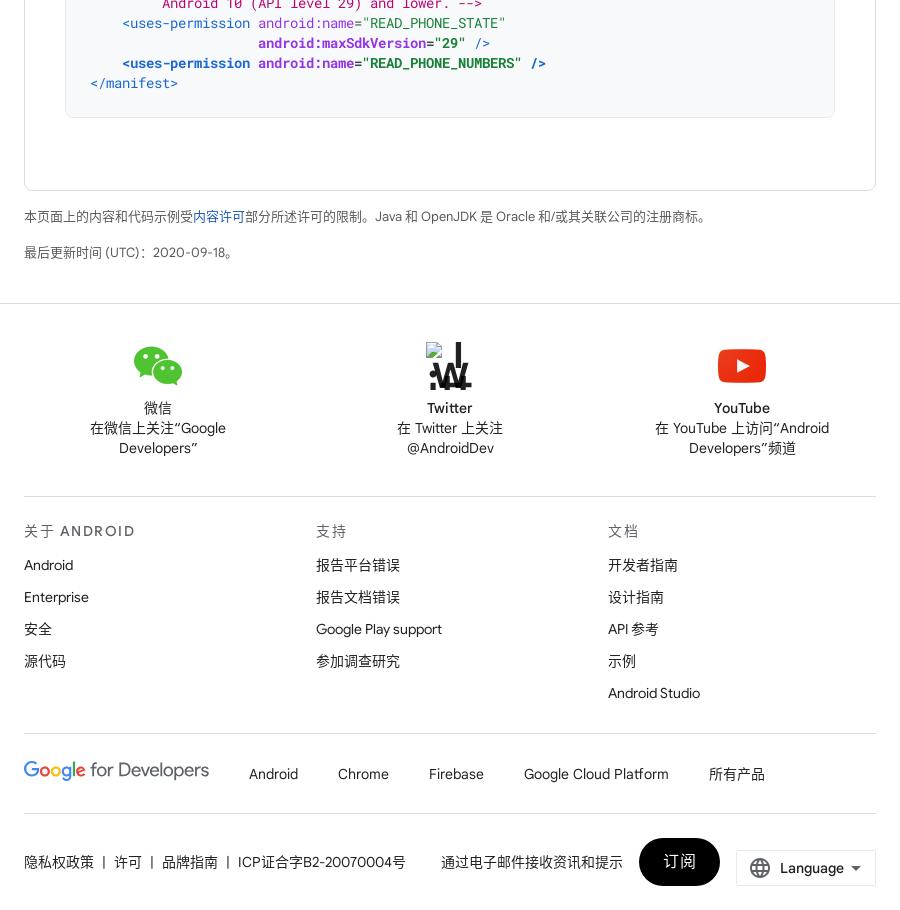 The image size is (900, 910). Describe the element at coordinates (740, 437) in the screenshot. I see `'在 YouTube 上访问“Android Developers”频道'` at that location.